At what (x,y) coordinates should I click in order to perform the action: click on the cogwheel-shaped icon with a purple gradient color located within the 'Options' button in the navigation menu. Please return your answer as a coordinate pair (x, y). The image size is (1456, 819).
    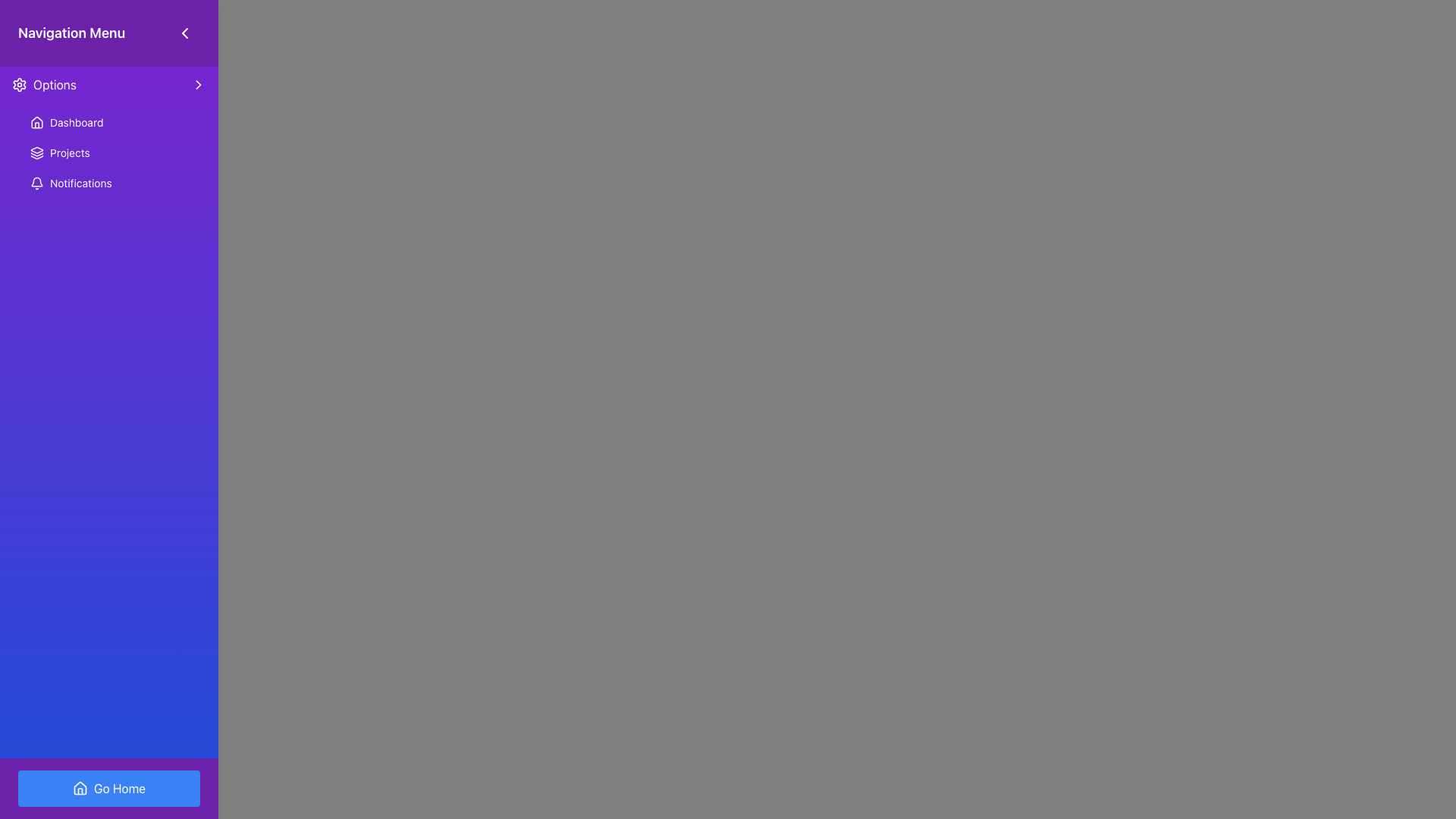
    Looking at the image, I should click on (19, 84).